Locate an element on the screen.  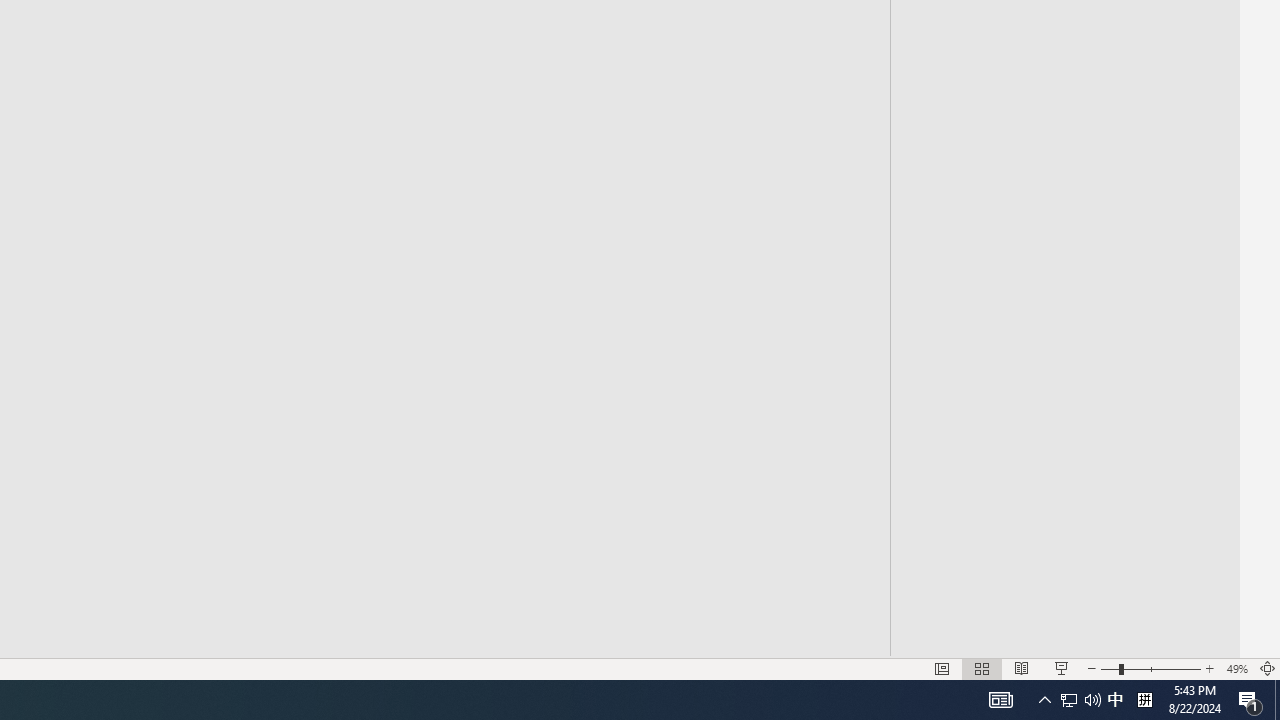
'Zoom 49%' is located at coordinates (1236, 669).